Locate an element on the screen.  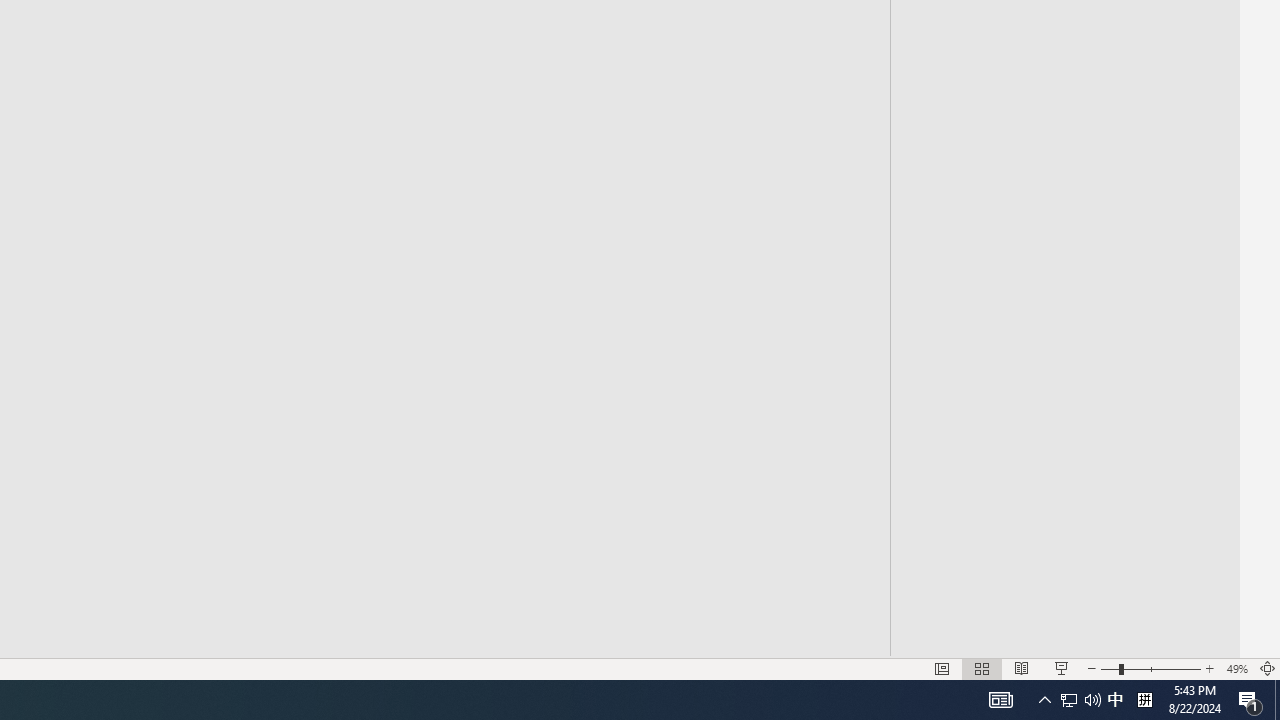
'Zoom 49%' is located at coordinates (1236, 669).